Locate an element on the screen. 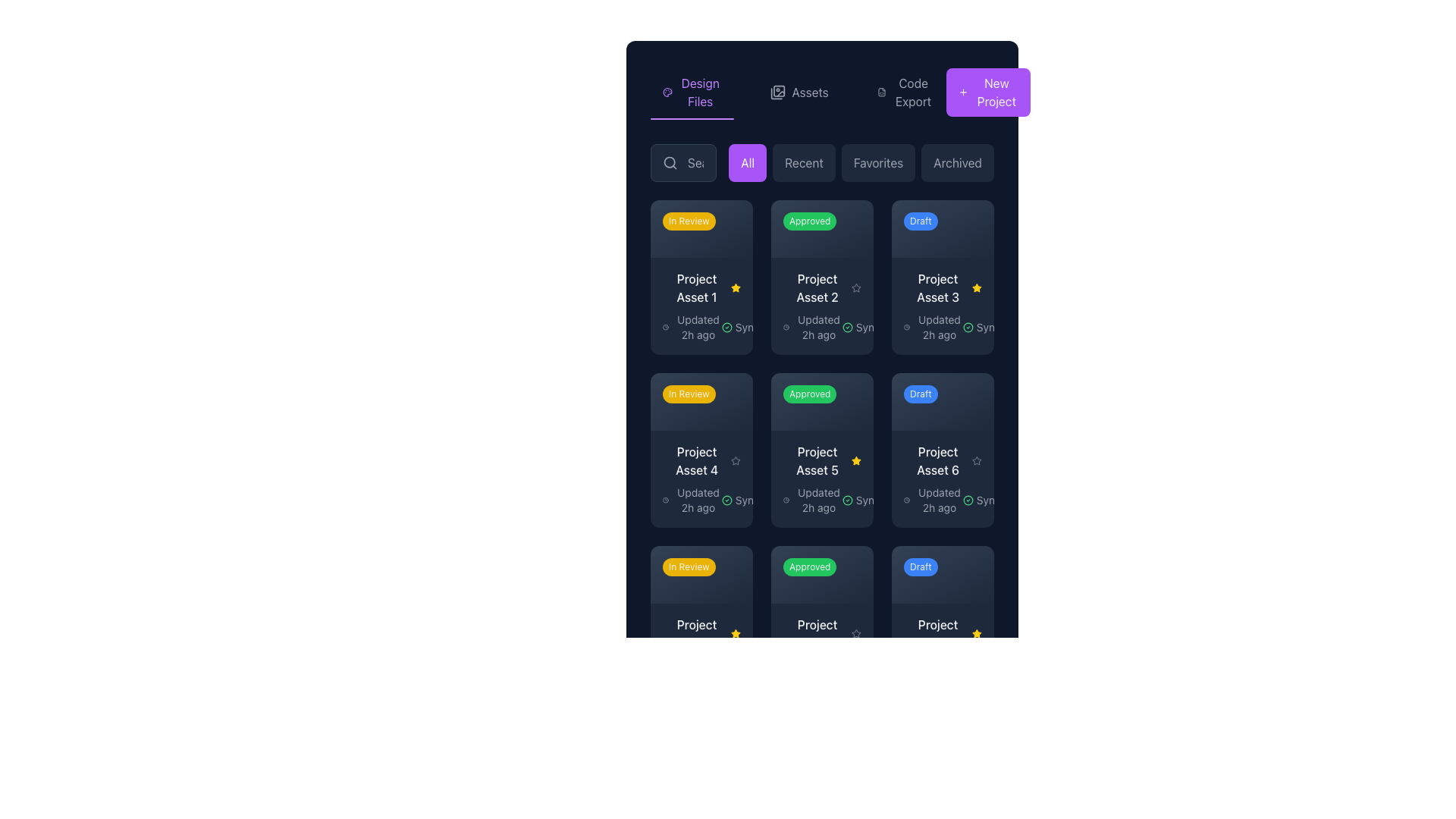  the 'Favorites' button in the filter selection component is located at coordinates (861, 163).